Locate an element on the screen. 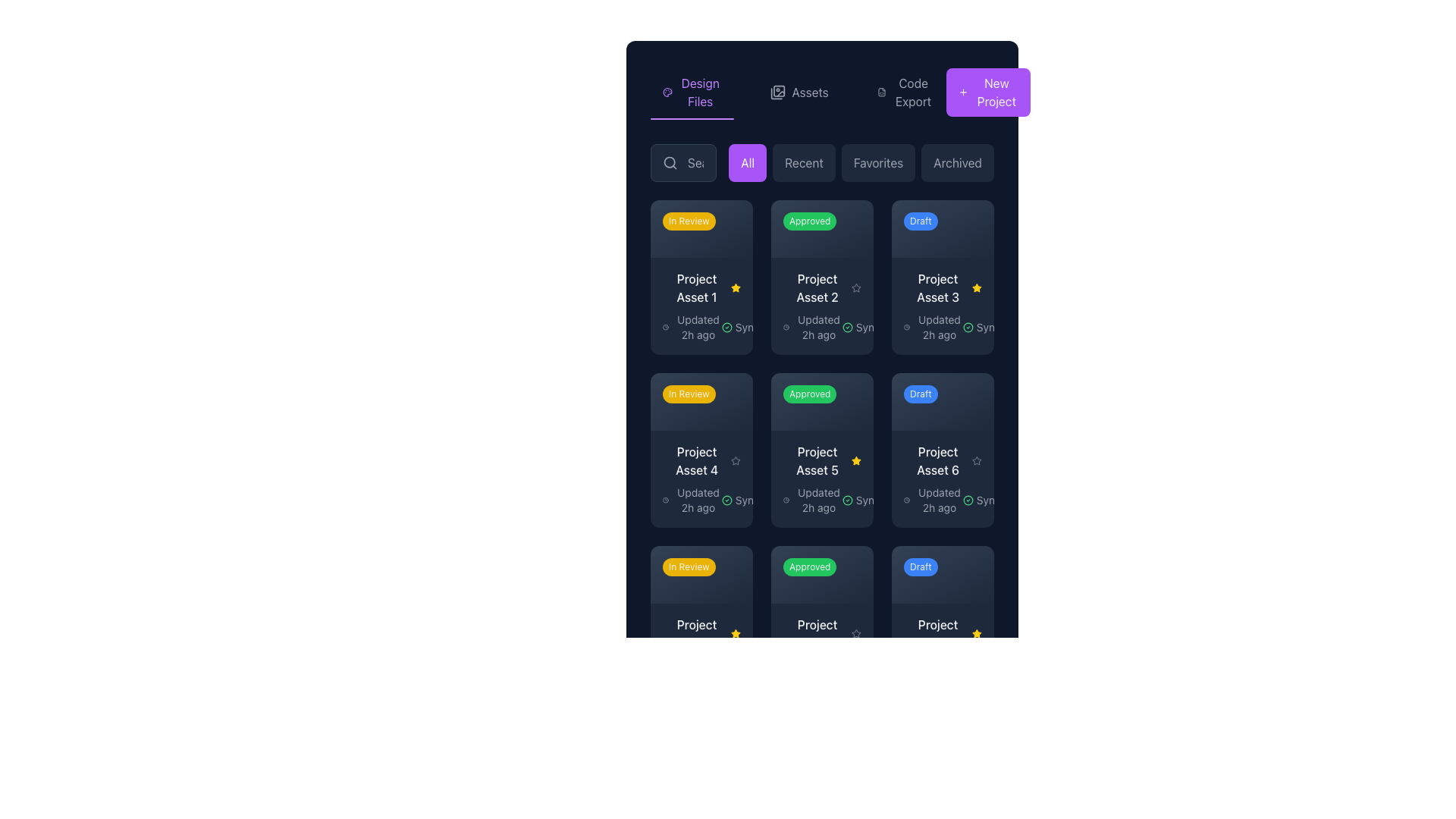  the 'Favorites' button in the filter selection component is located at coordinates (861, 163).